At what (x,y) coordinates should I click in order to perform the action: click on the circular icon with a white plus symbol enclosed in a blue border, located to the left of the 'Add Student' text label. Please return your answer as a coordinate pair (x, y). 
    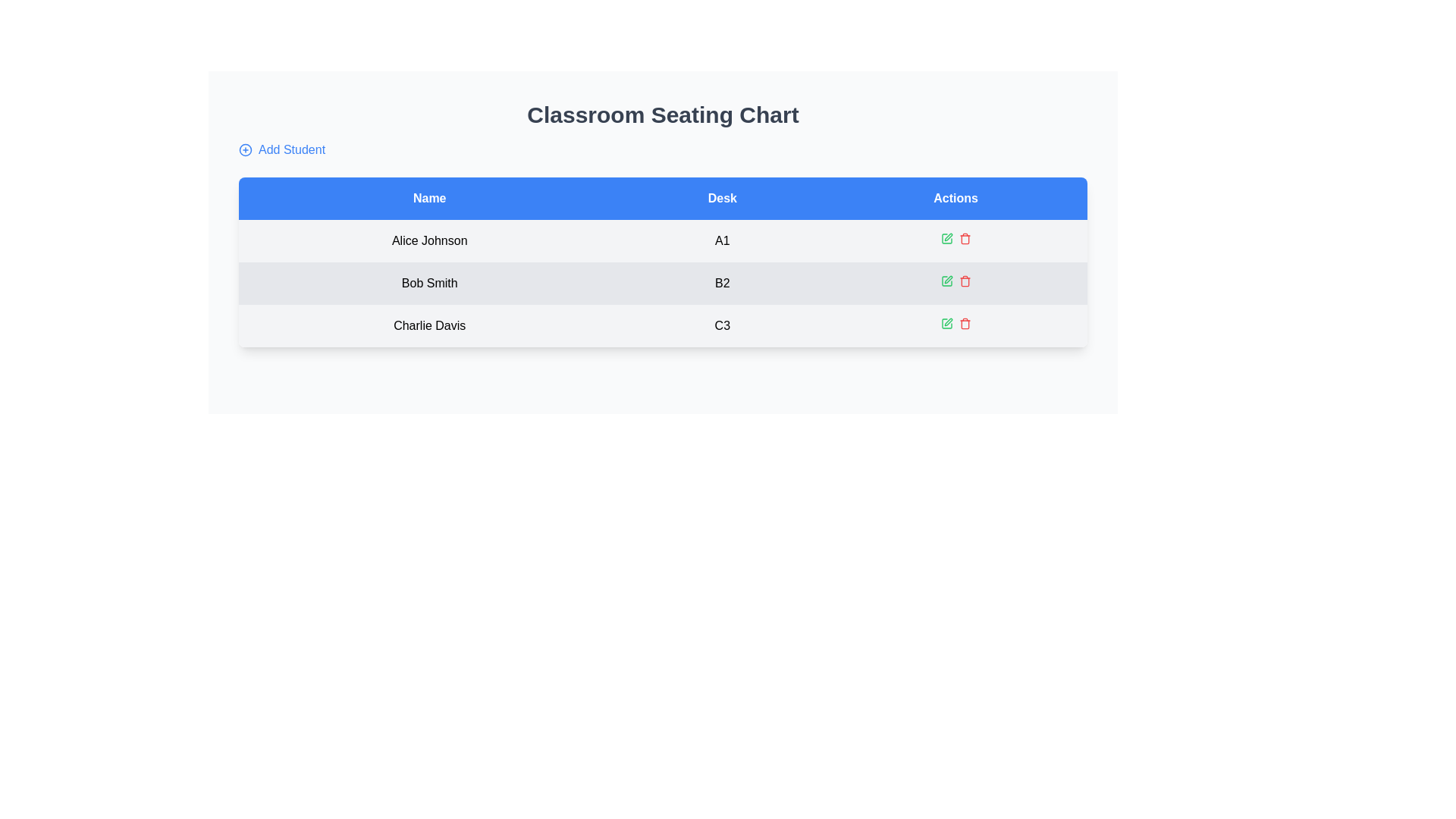
    Looking at the image, I should click on (246, 149).